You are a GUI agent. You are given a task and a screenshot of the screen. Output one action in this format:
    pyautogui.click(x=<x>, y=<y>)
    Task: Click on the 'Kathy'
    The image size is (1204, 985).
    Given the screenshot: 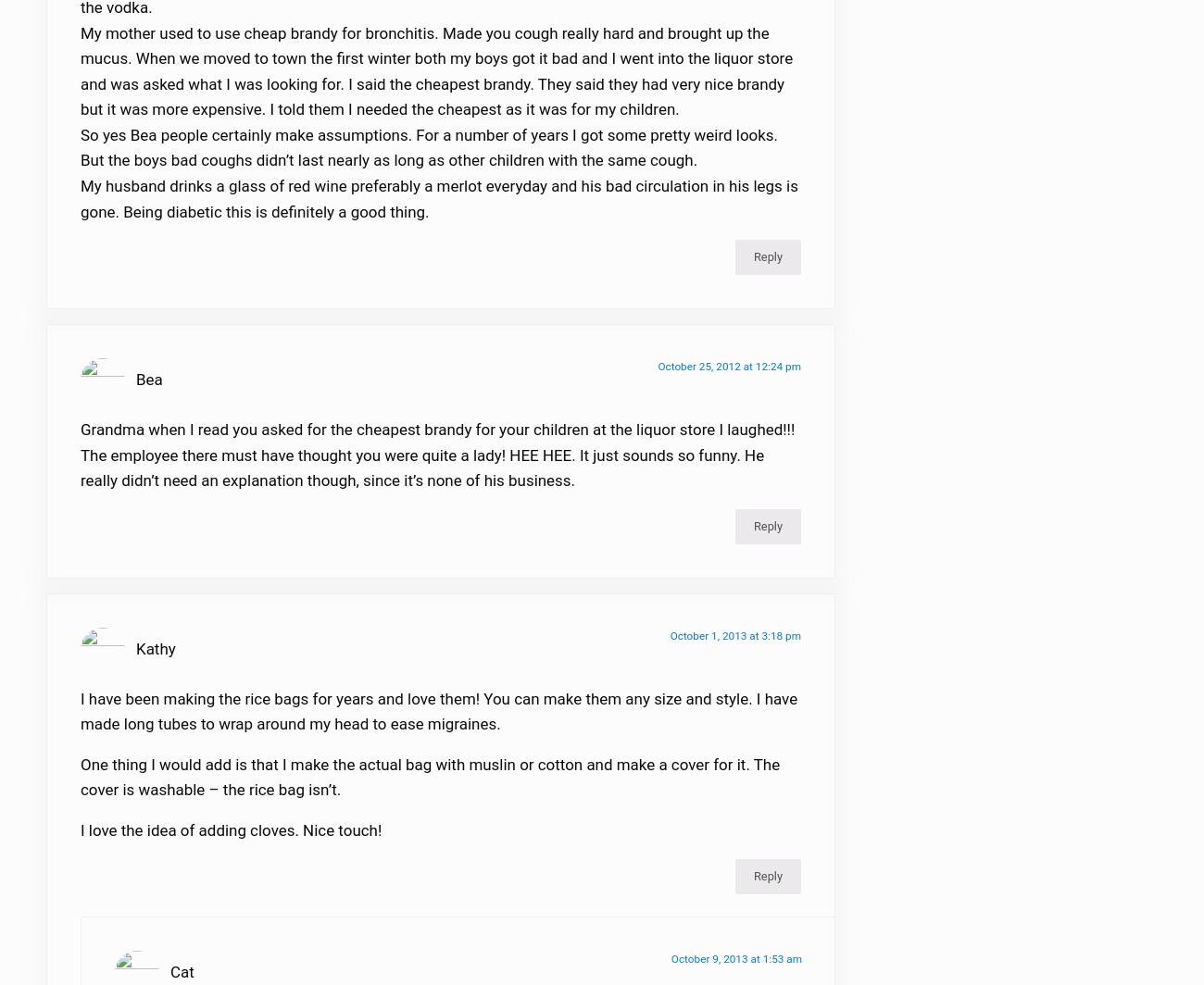 What is the action you would take?
    pyautogui.click(x=155, y=659)
    